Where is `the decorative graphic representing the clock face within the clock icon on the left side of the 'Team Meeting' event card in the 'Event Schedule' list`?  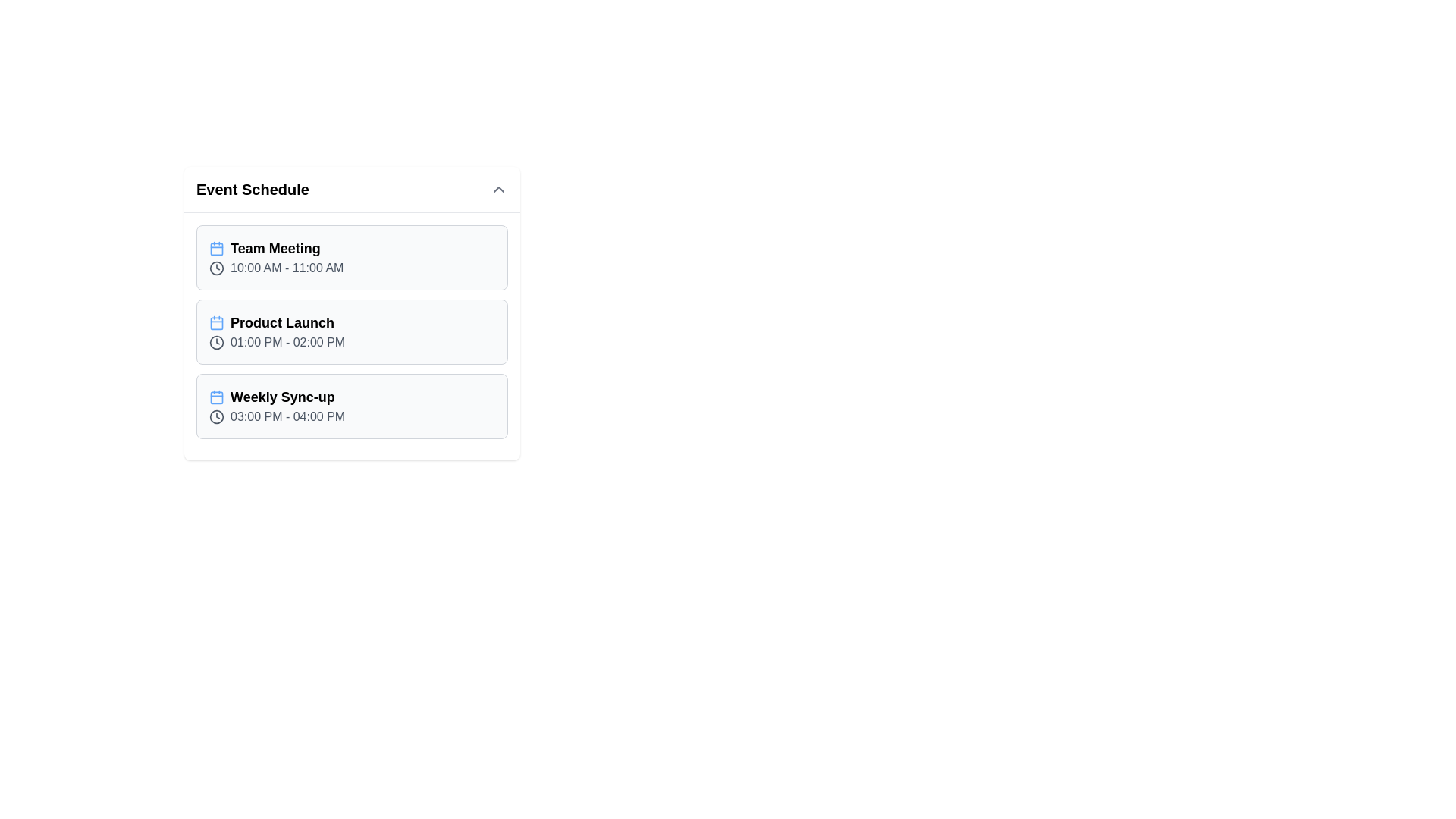 the decorative graphic representing the clock face within the clock icon on the left side of the 'Team Meeting' event card in the 'Event Schedule' list is located at coordinates (216, 268).